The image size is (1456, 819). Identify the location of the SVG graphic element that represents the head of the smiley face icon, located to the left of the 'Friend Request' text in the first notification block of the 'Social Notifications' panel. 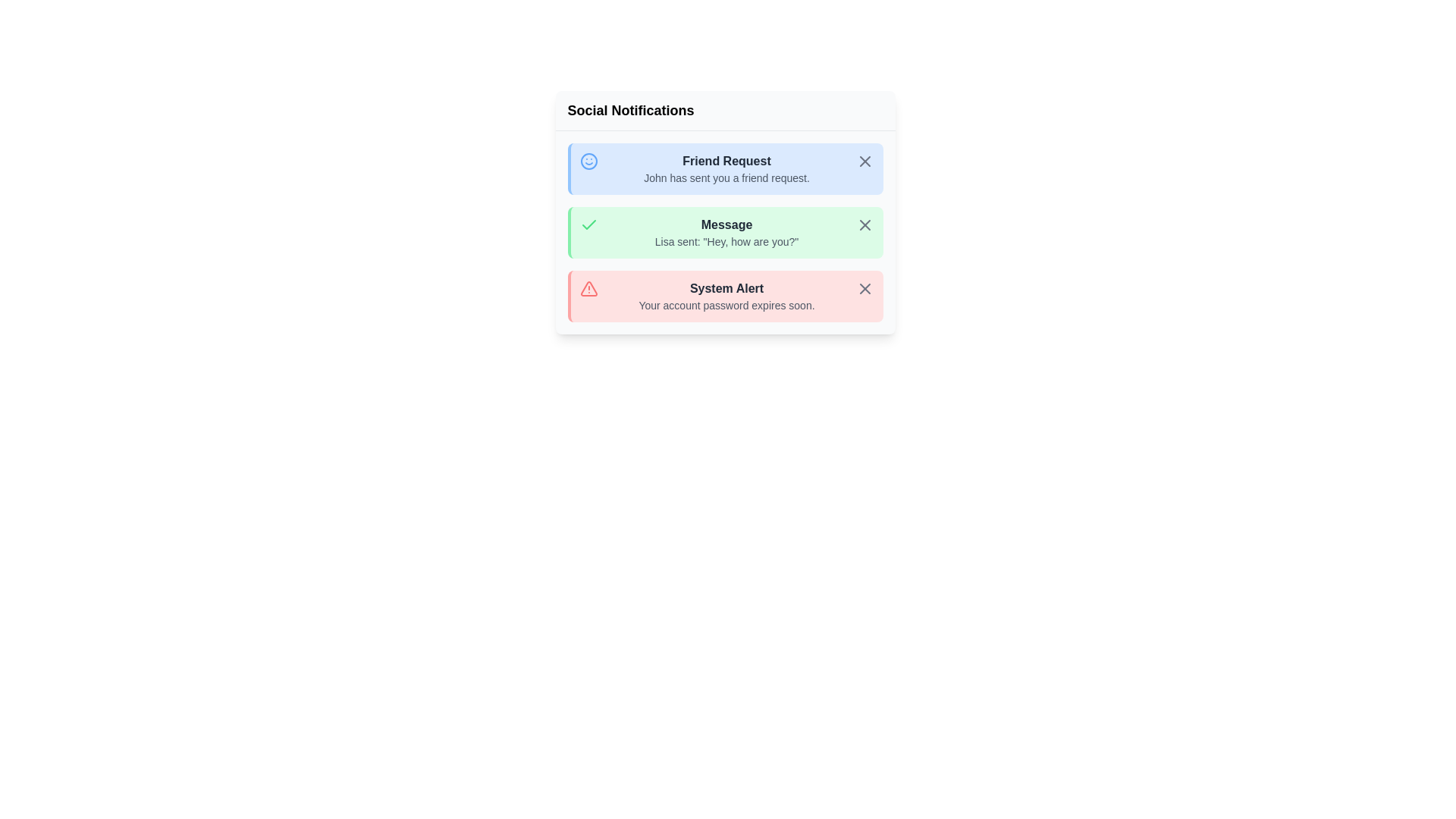
(588, 161).